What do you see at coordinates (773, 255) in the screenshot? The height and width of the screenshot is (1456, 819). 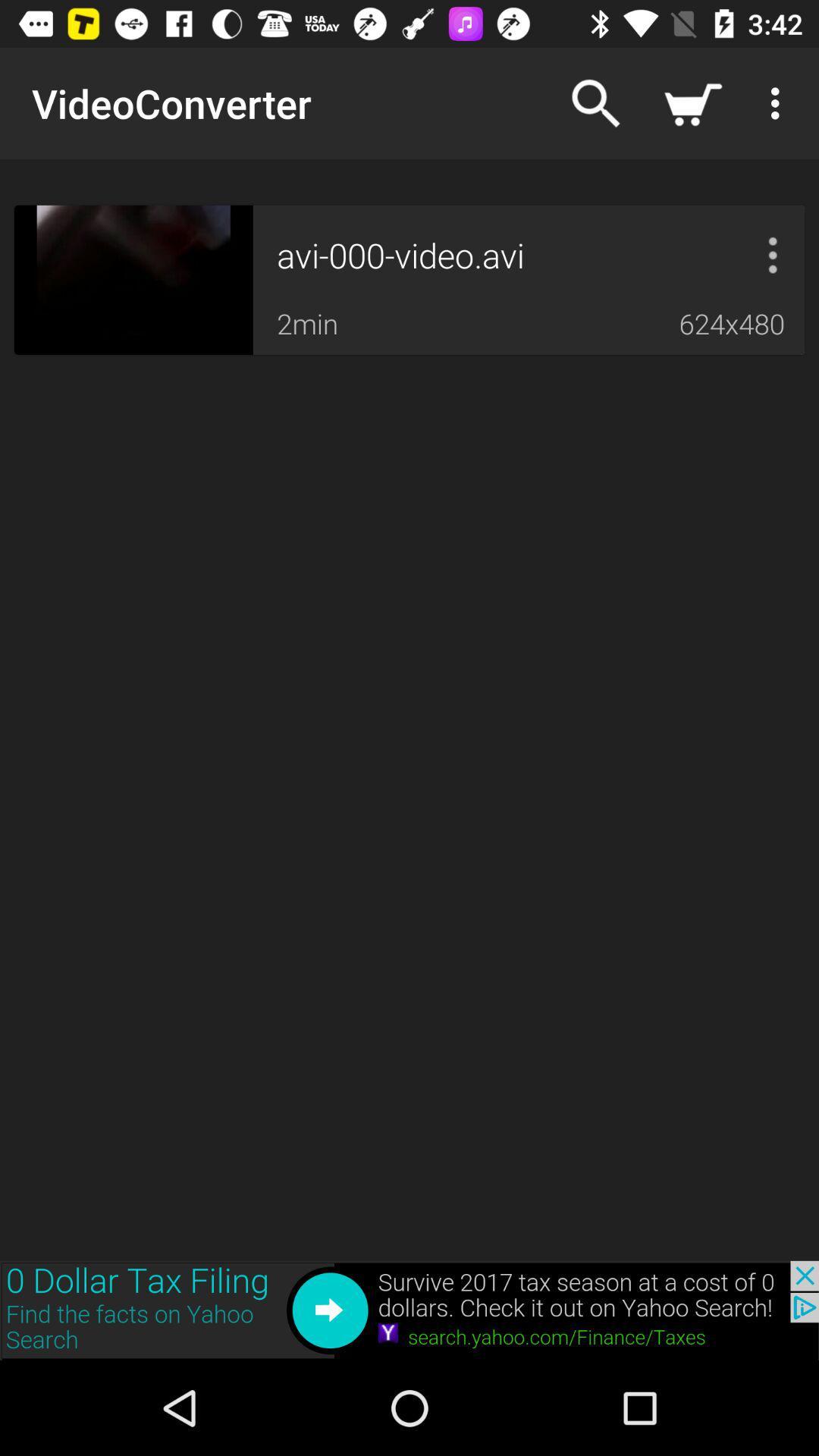 I see `more option` at bounding box center [773, 255].